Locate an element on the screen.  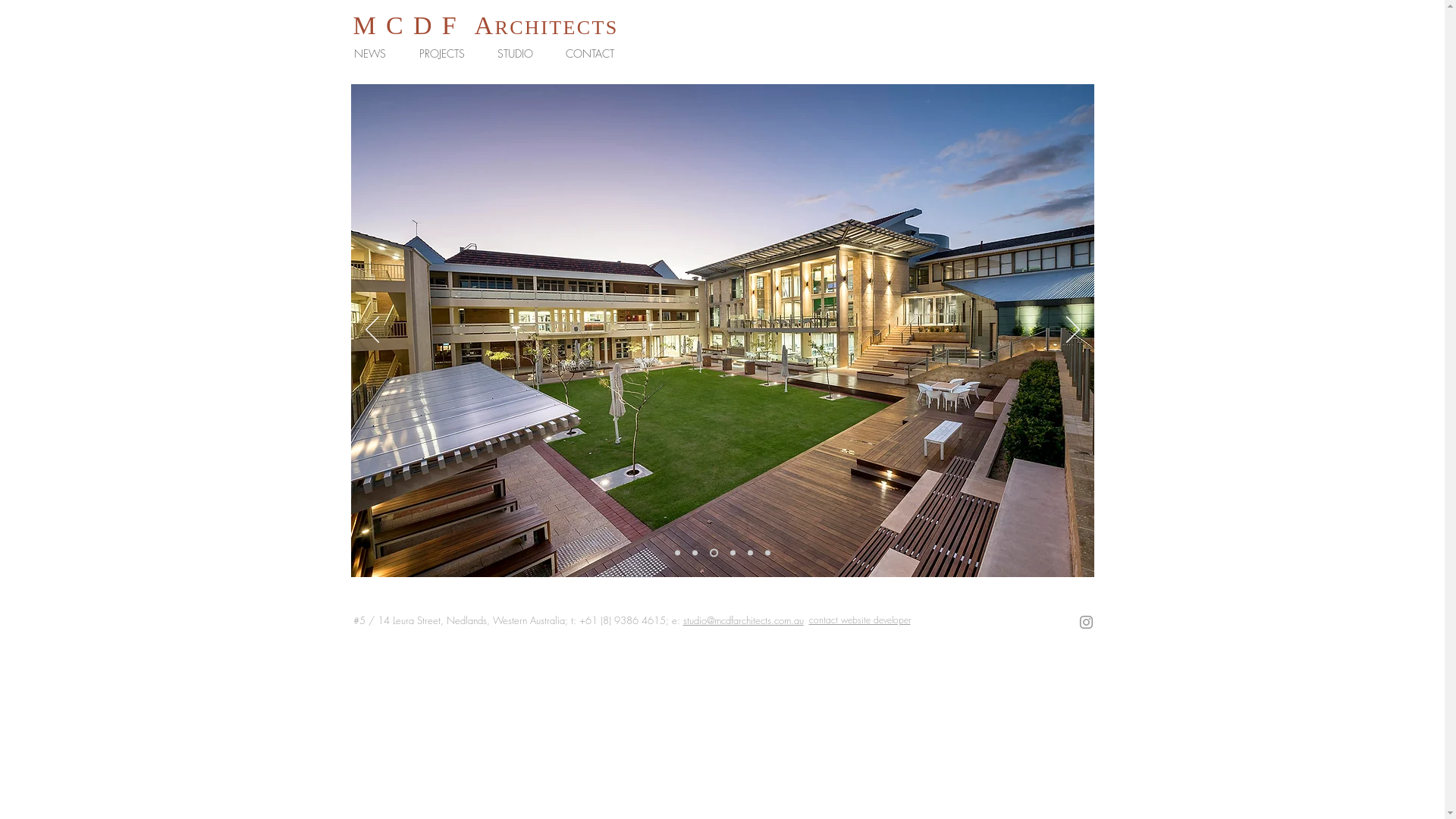
'CONTACT' is located at coordinates (593, 52).